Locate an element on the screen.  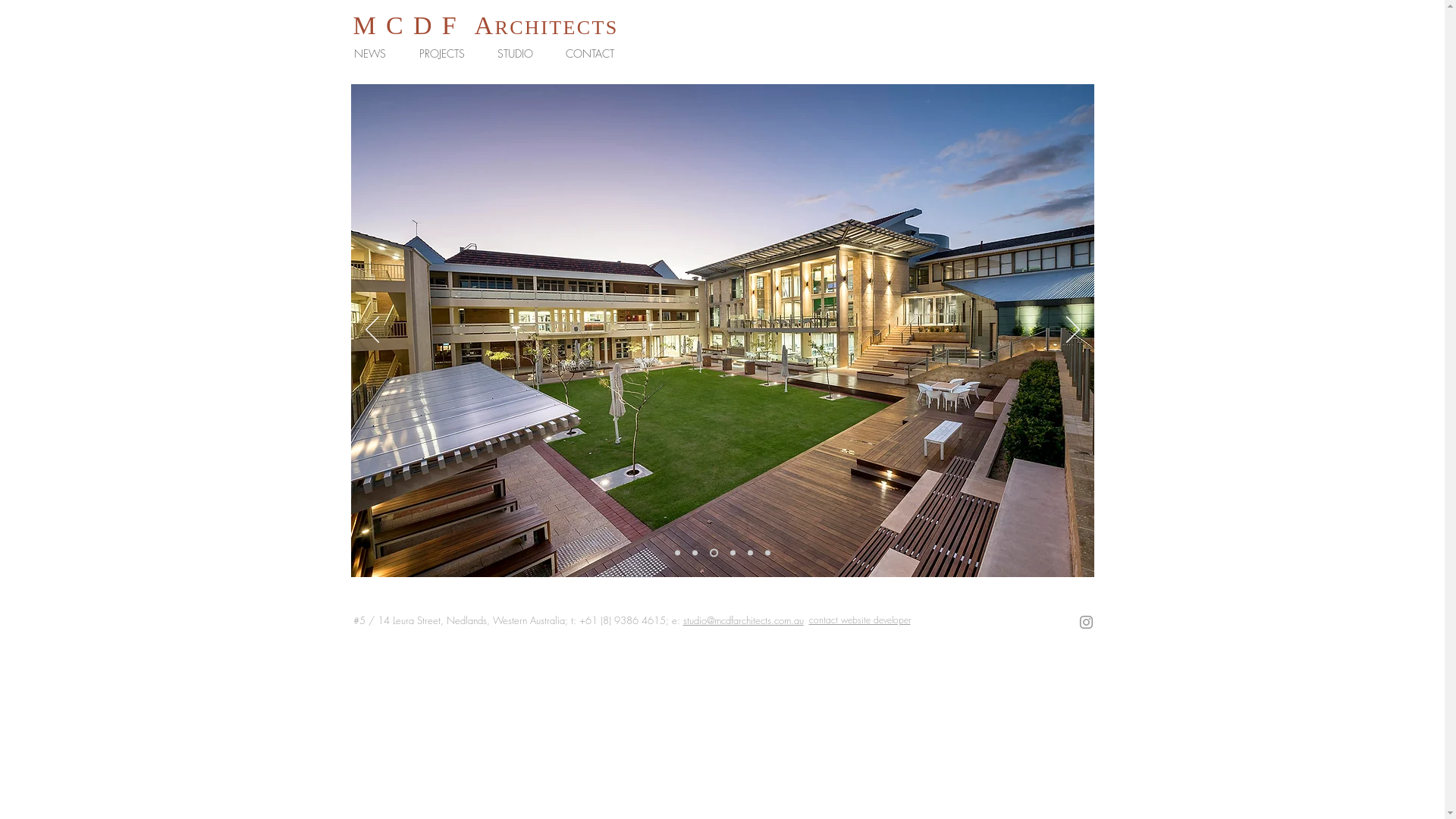
'CONTACT' is located at coordinates (593, 52).